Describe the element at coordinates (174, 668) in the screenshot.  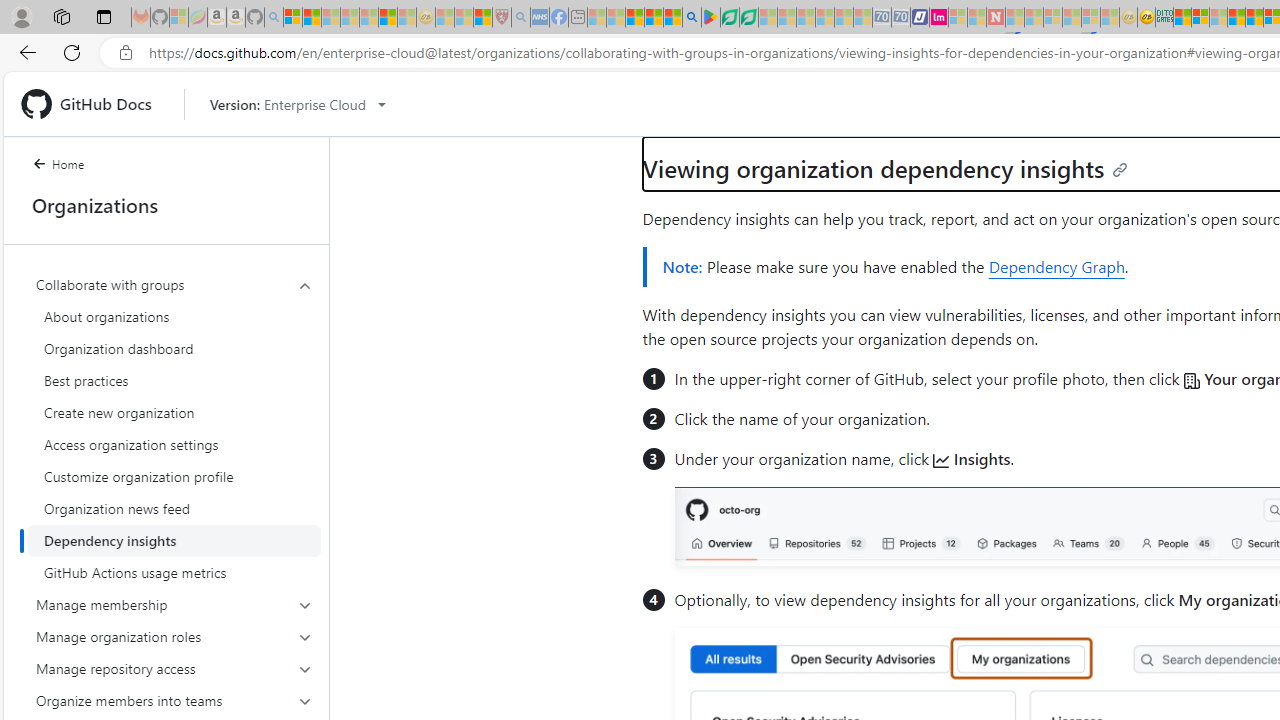
I see `'Manage repository access'` at that location.